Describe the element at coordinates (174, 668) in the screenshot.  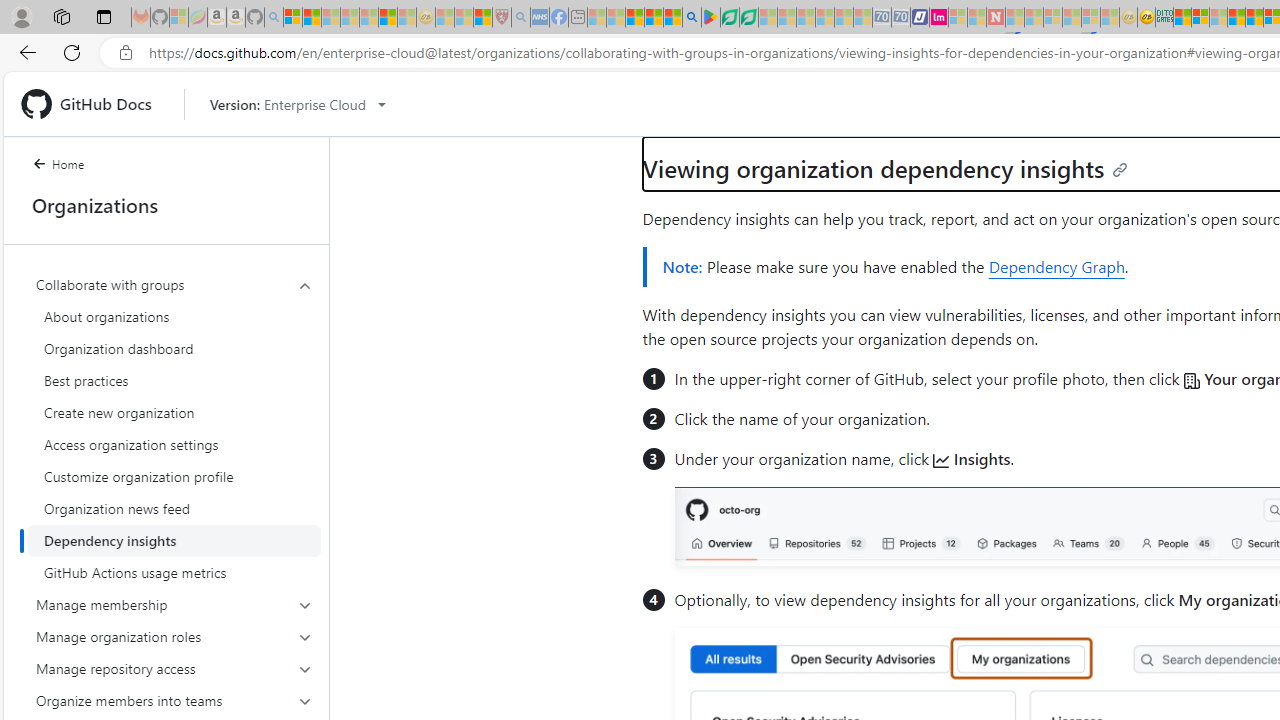
I see `'Manage repository access'` at that location.